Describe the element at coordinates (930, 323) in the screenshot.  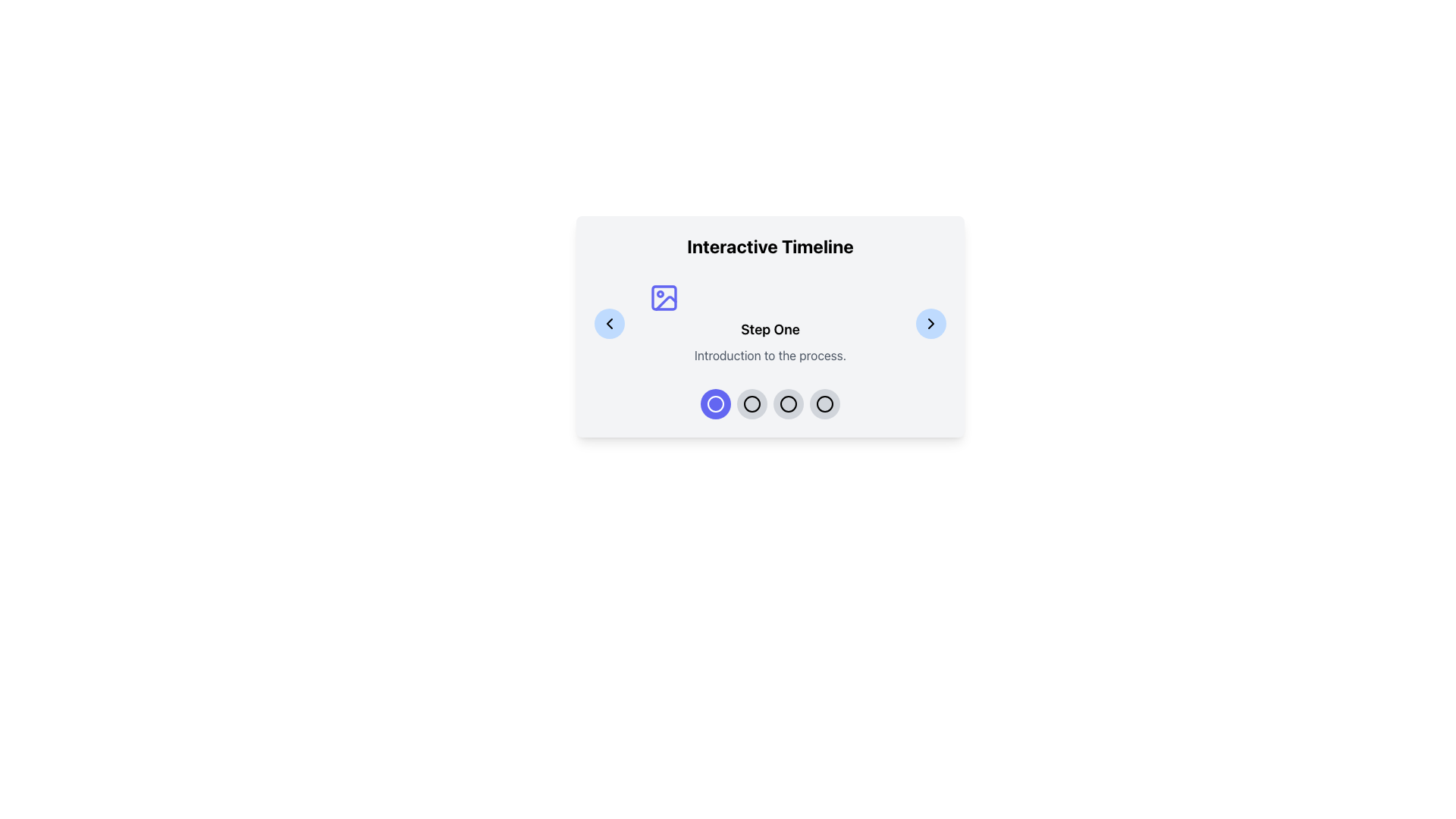
I see `the arrow icon within the circular button located to the right of the 'Interactive Timeline' card` at that location.